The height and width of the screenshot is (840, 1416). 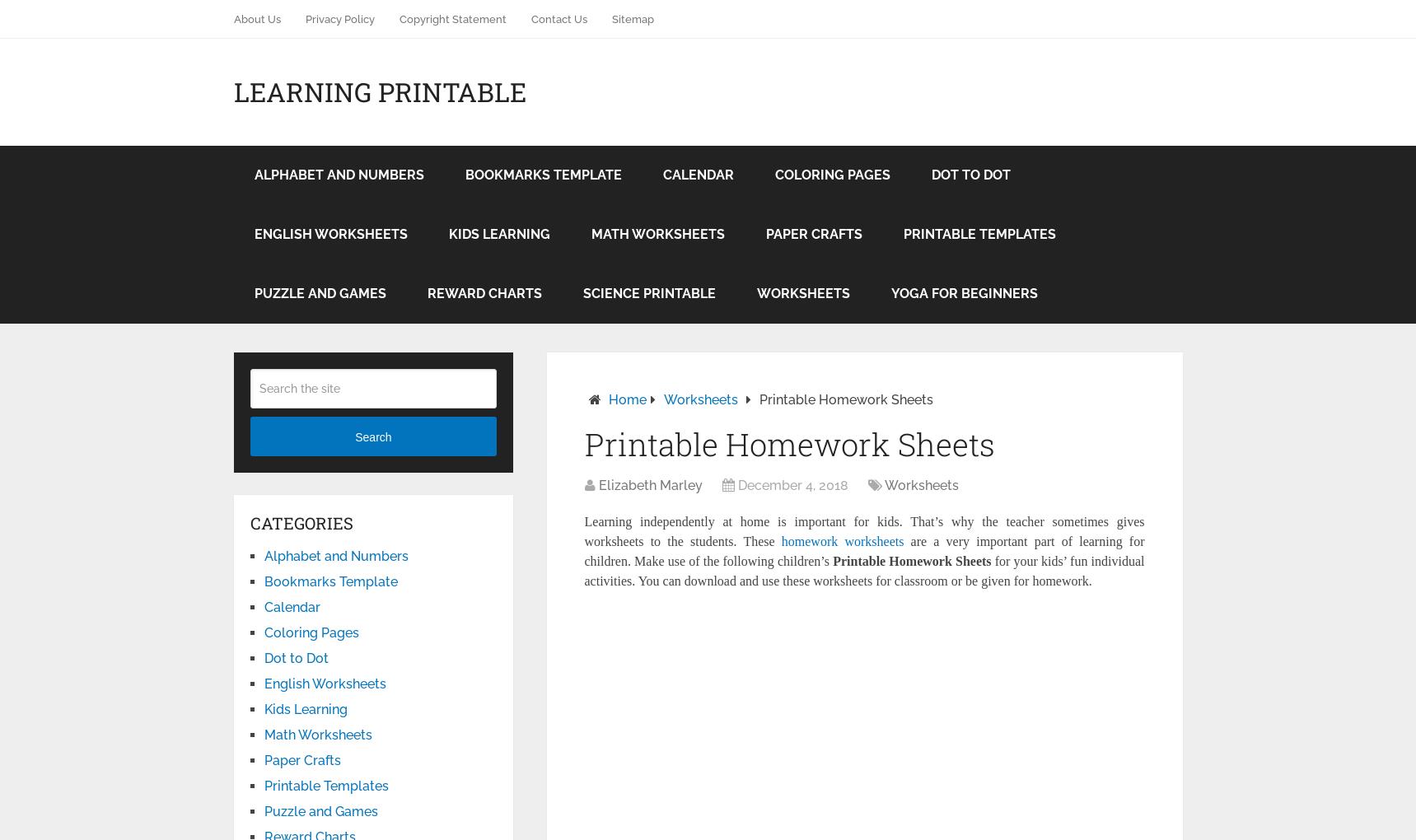 I want to click on 'Math Worksheets', so click(x=316, y=734).